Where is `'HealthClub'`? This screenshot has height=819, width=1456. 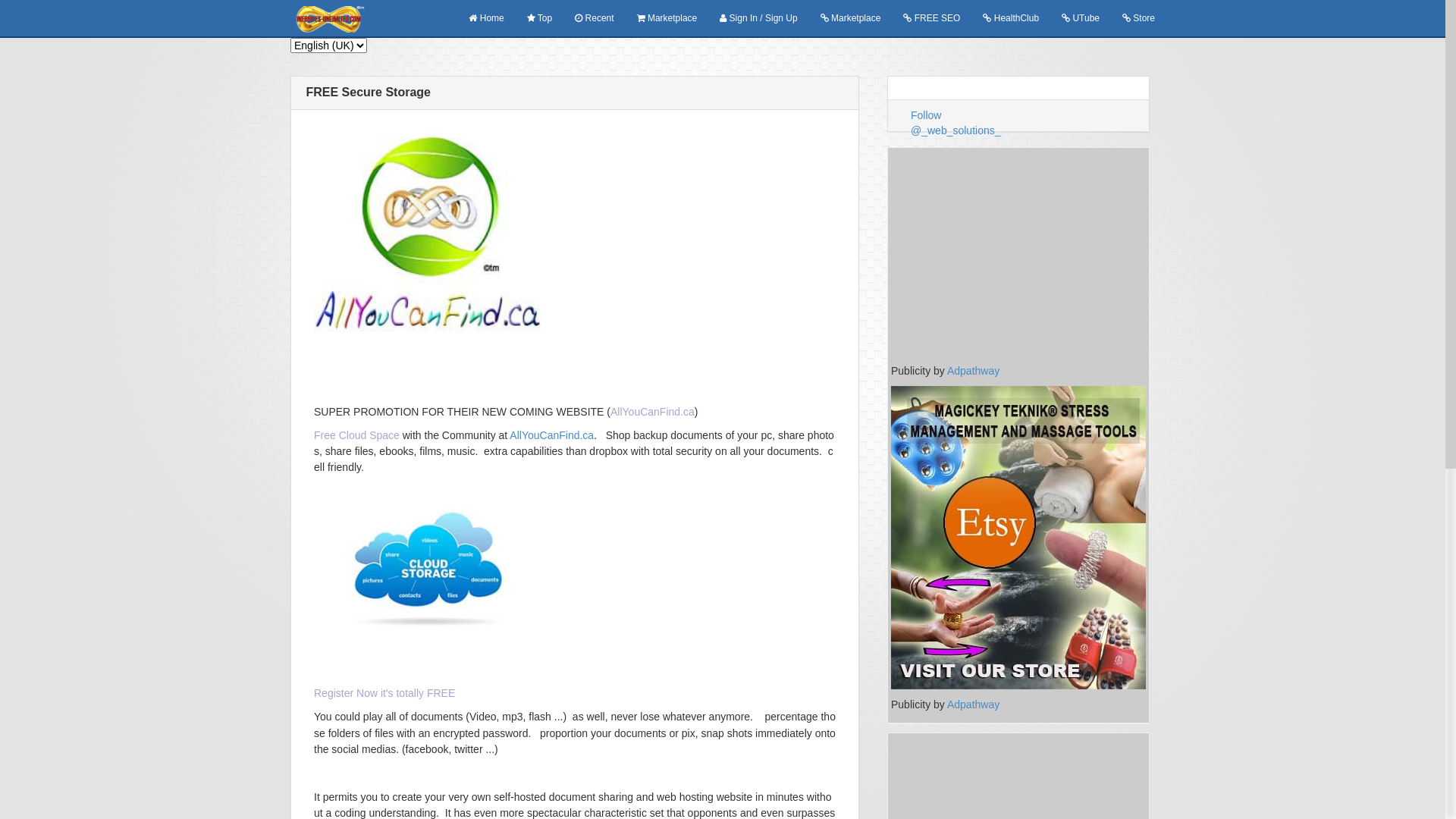 'HealthClub' is located at coordinates (1011, 17).